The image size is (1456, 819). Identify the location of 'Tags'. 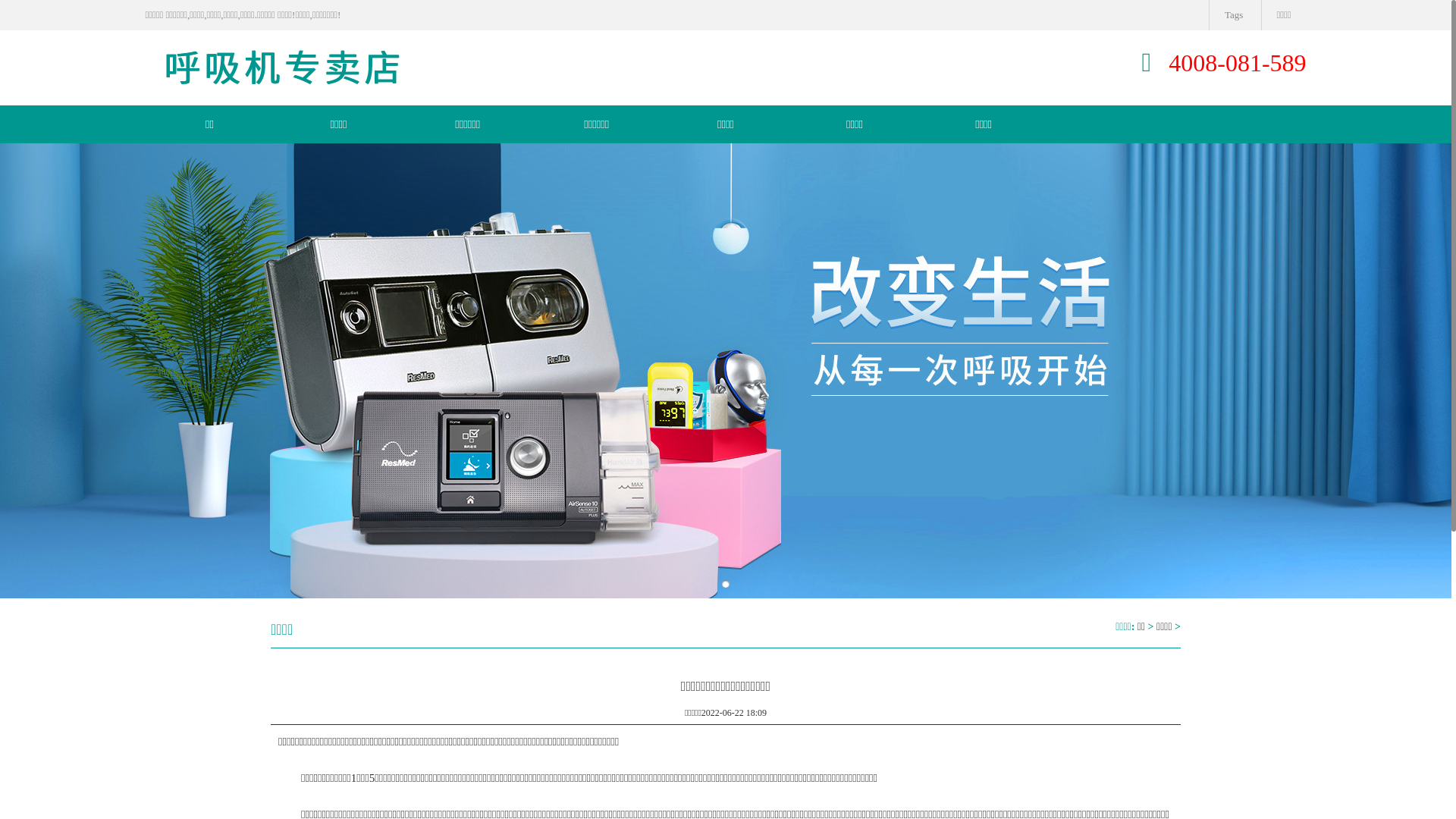
(1233, 14).